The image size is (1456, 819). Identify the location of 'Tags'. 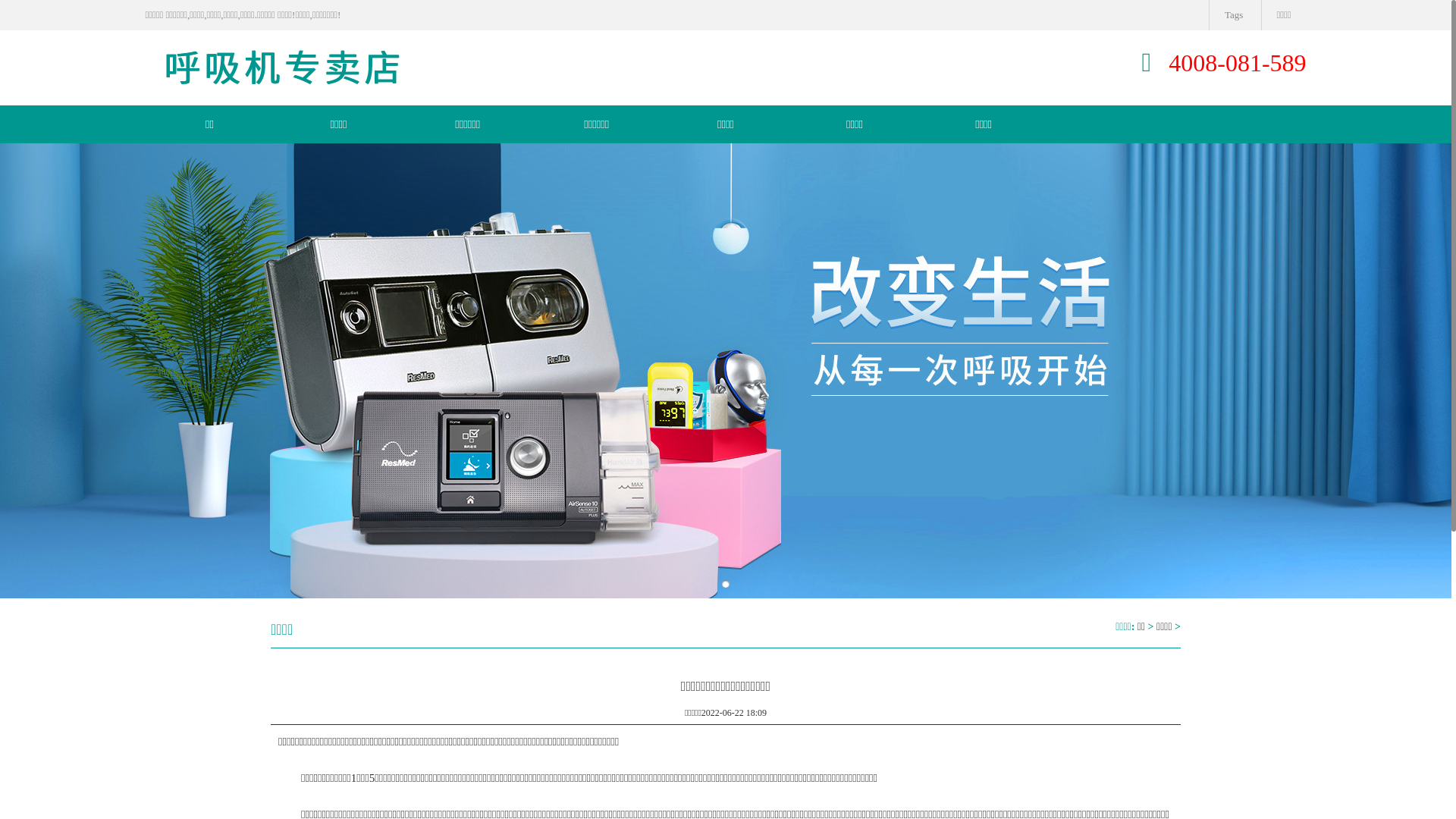
(1233, 14).